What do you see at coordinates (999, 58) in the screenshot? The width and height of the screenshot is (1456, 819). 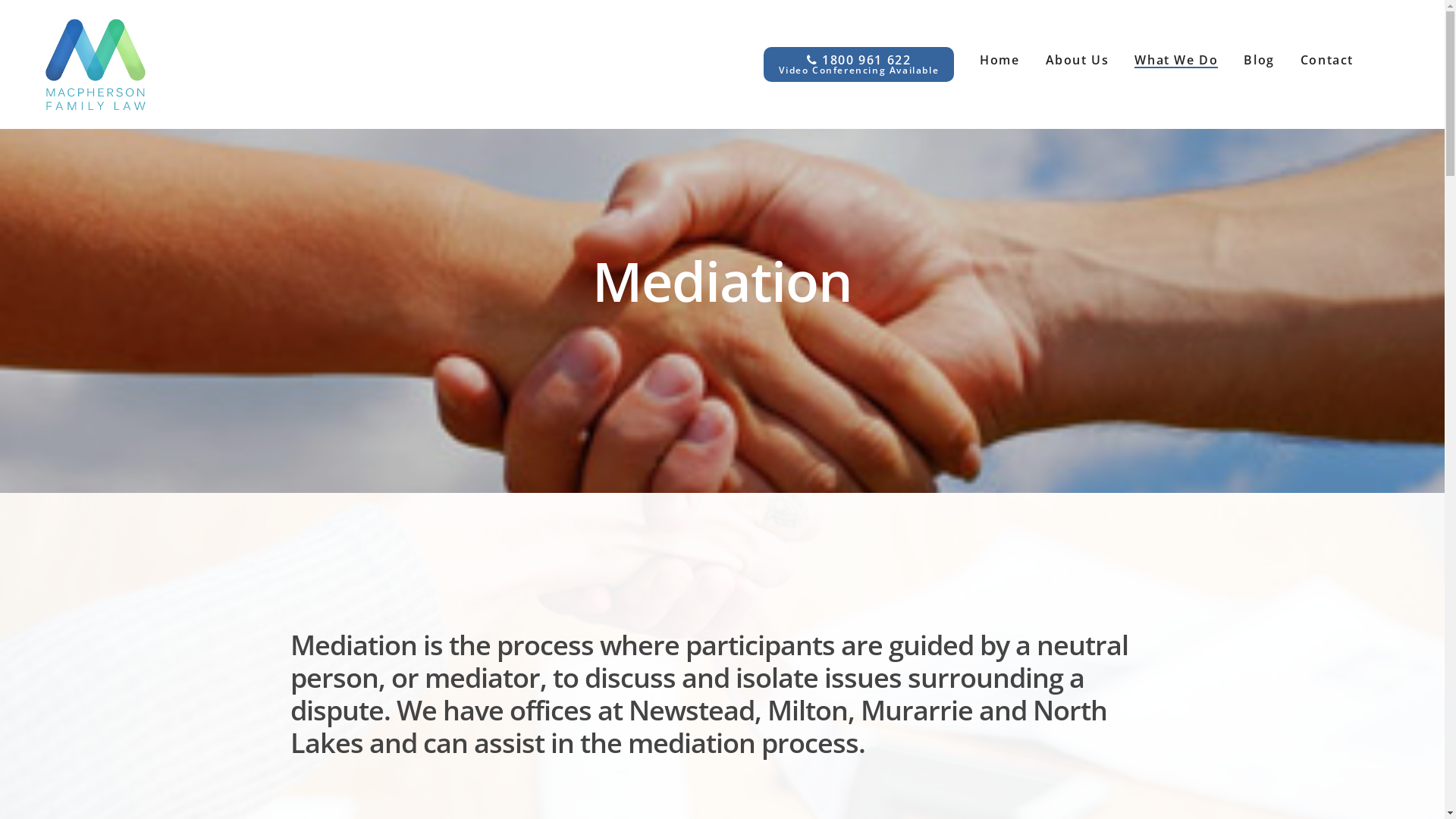 I see `'Home'` at bounding box center [999, 58].